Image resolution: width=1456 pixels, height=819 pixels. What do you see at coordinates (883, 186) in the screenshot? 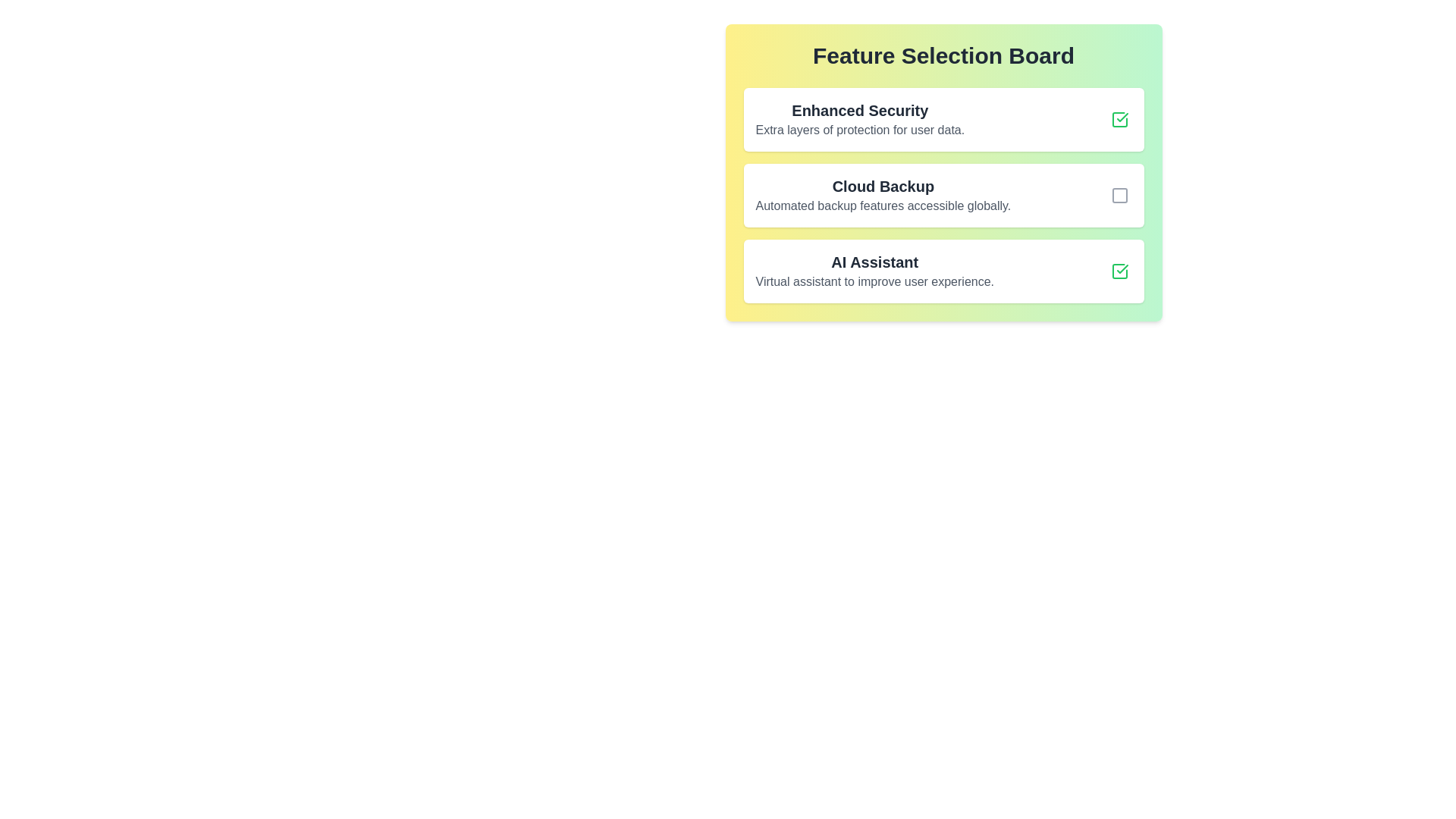
I see `the Text Label that serves as the title for the second section of the feature selection list, which identifies the associated feature and is positioned above its description text and to the left of an interactive checkbox` at bounding box center [883, 186].